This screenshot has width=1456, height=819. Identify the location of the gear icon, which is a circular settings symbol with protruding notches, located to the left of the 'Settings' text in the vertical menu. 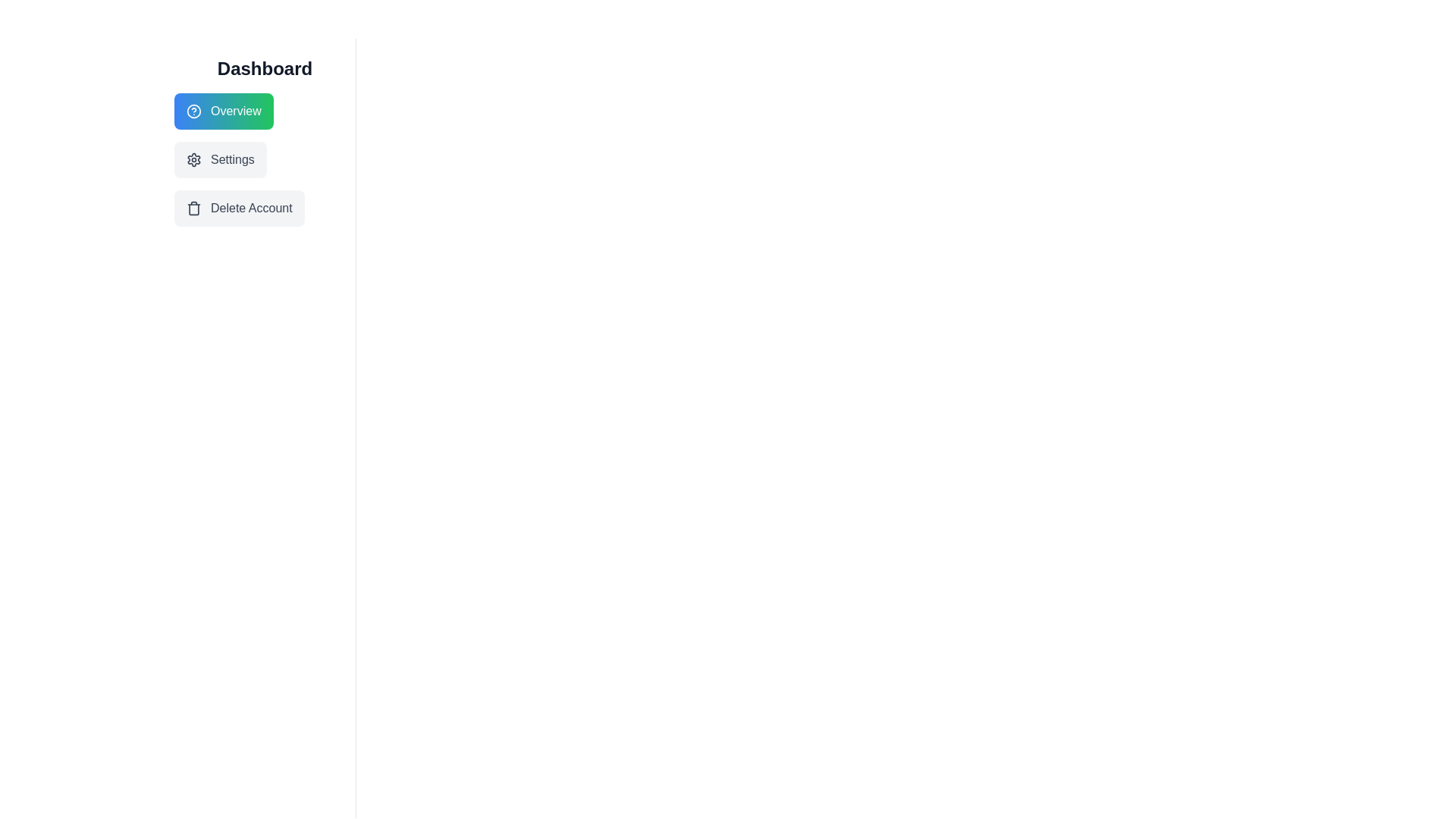
(193, 160).